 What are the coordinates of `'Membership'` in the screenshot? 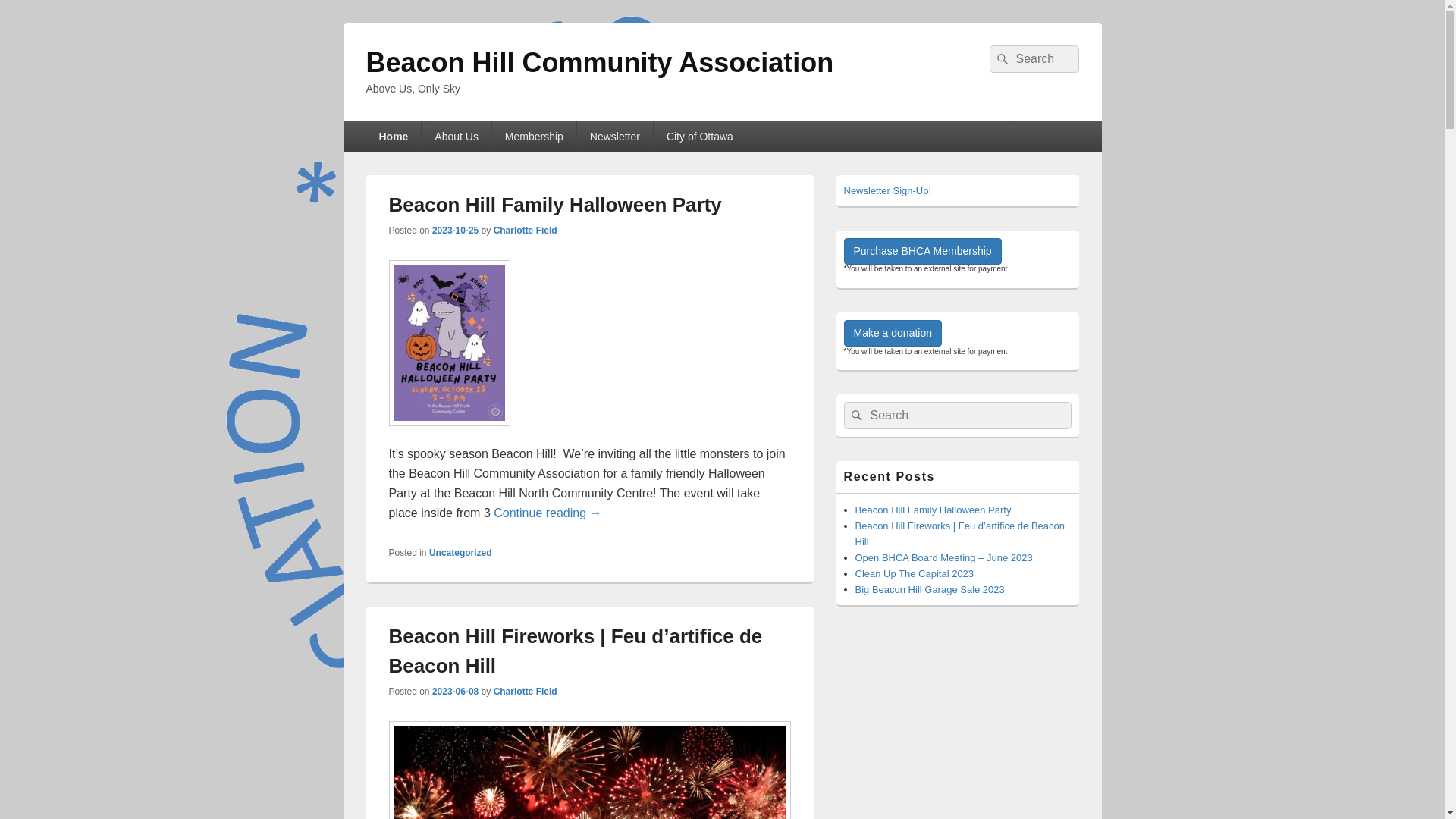 It's located at (534, 136).